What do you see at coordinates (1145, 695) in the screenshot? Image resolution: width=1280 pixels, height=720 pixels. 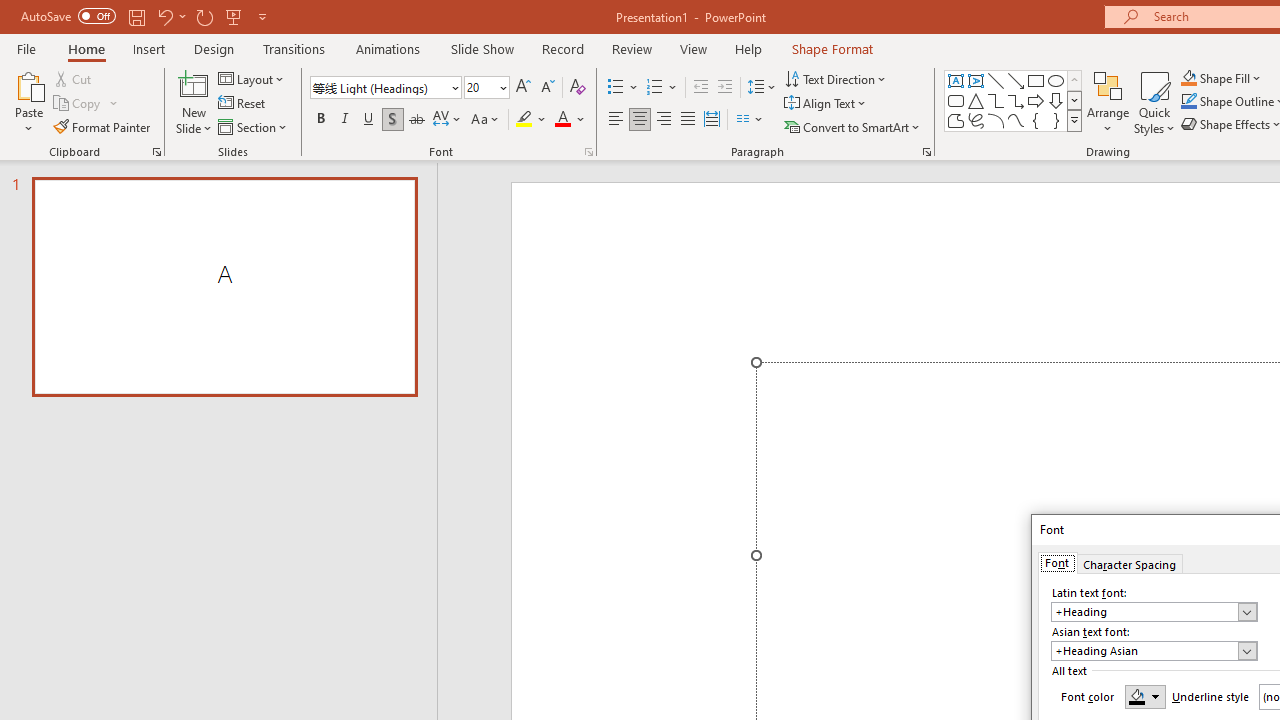 I see `'Font color RGB(0, 0, 0)'` at bounding box center [1145, 695].